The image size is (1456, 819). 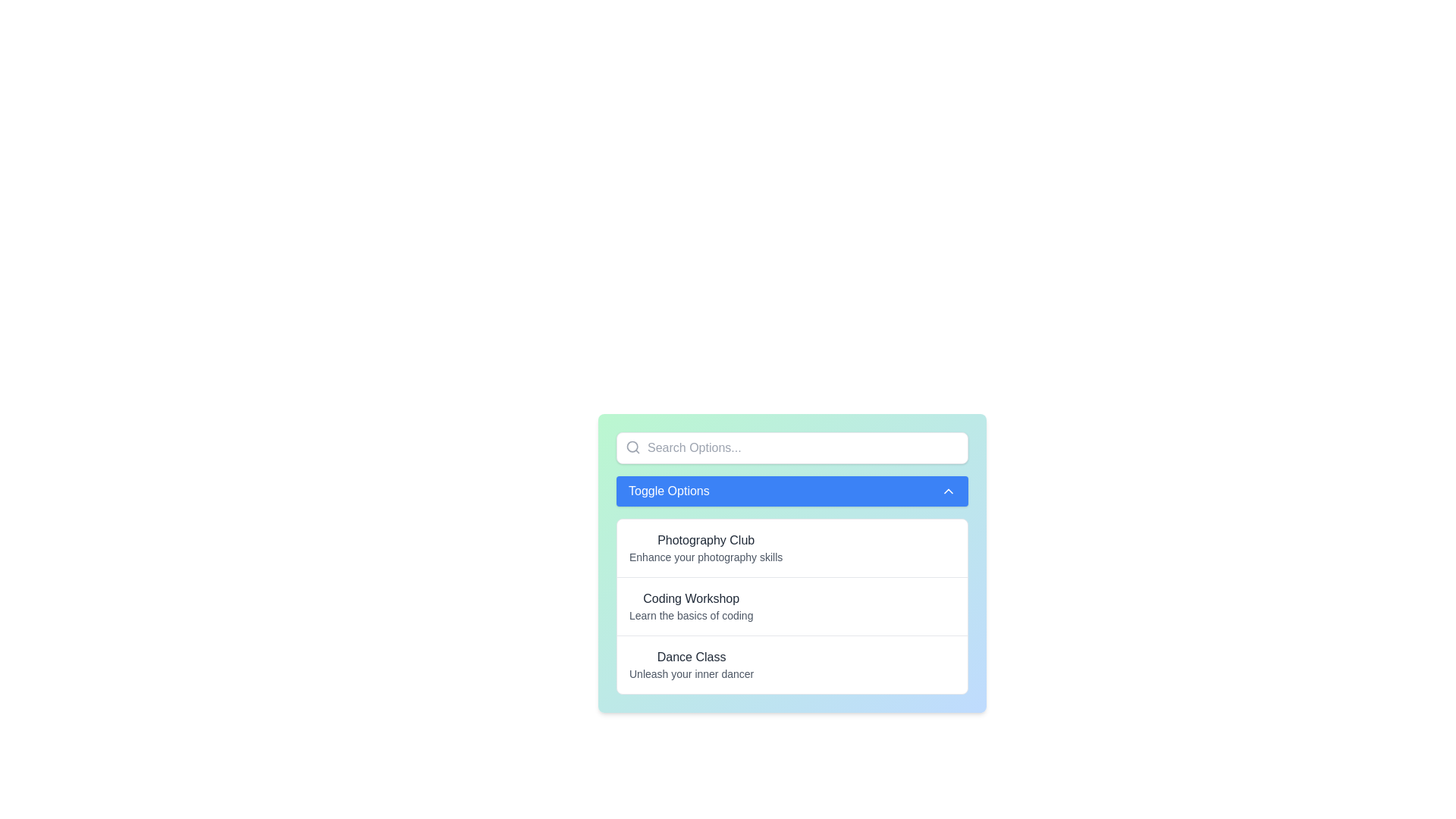 I want to click on the 'Coding Workshop' text label, which is a non-interactive element displayed in bold, dark gray font, located in the second section of the options list within the card interface, so click(x=690, y=598).